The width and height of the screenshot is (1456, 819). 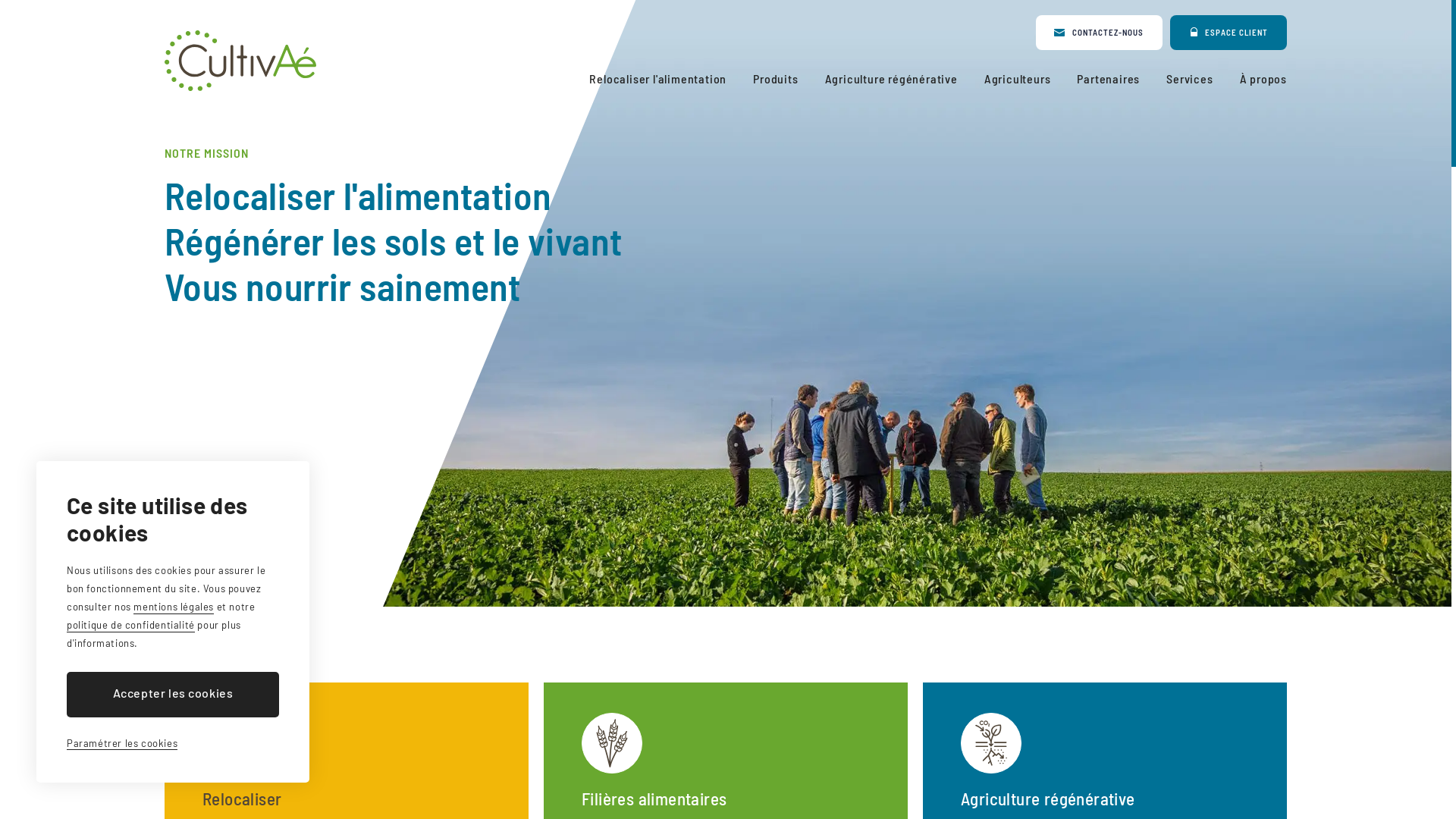 I want to click on 'Produits', so click(x=775, y=79).